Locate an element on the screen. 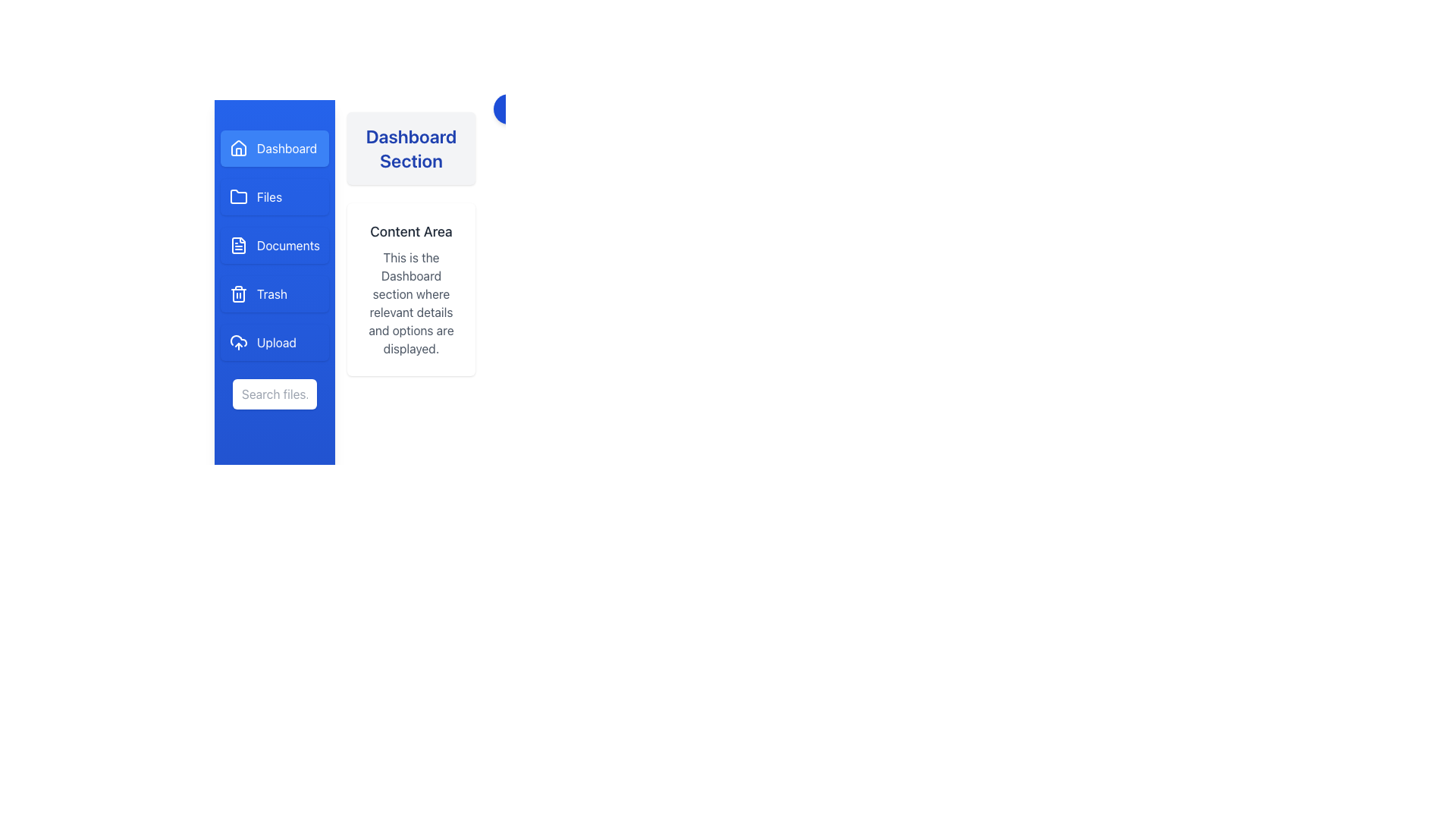  the 'Upload' text label found within the blue button in the left sidebar, which is the fifth button in the vertical sequence is located at coordinates (276, 342).